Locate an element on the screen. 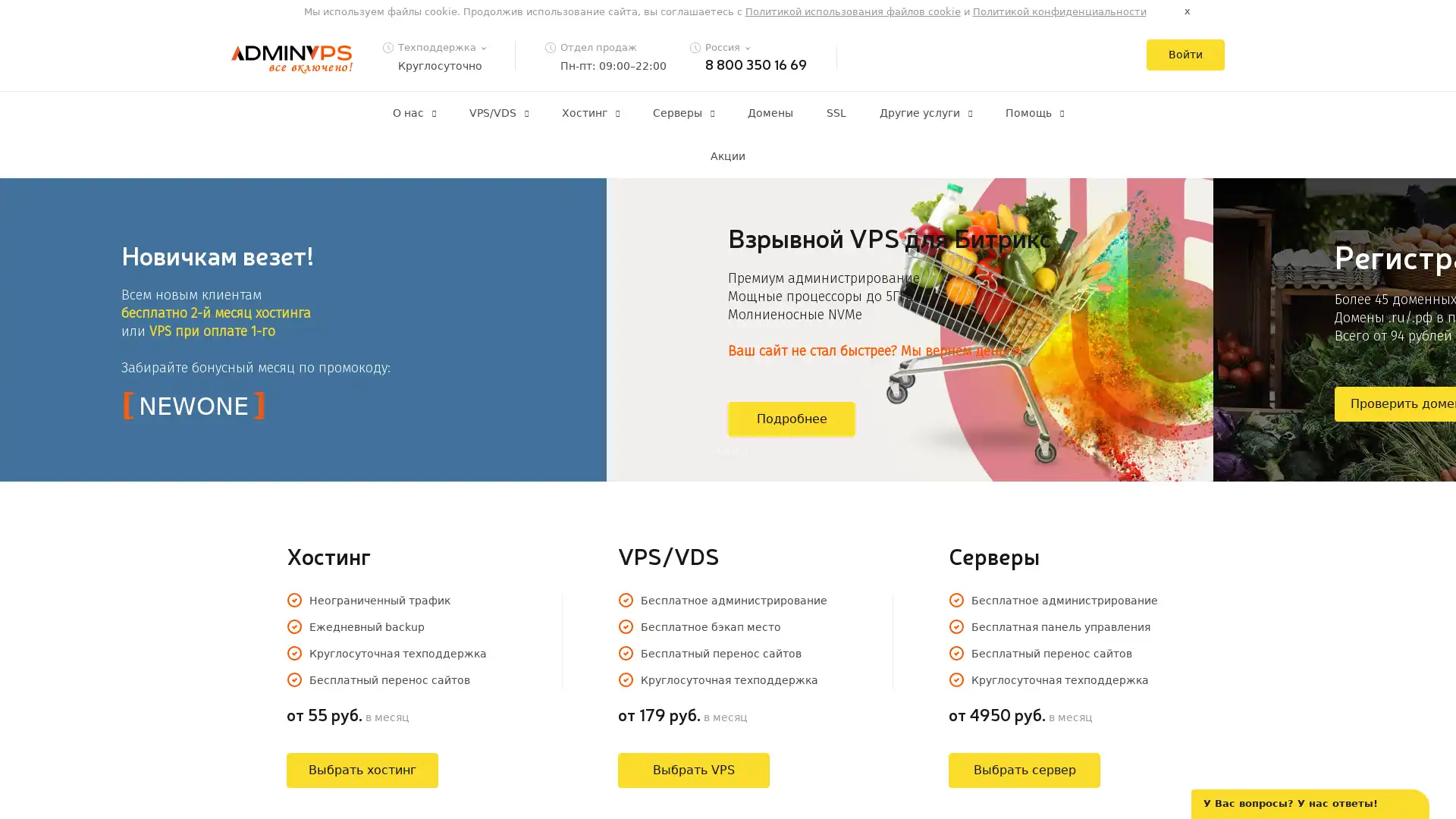  Next is located at coordinates (1383, 332).